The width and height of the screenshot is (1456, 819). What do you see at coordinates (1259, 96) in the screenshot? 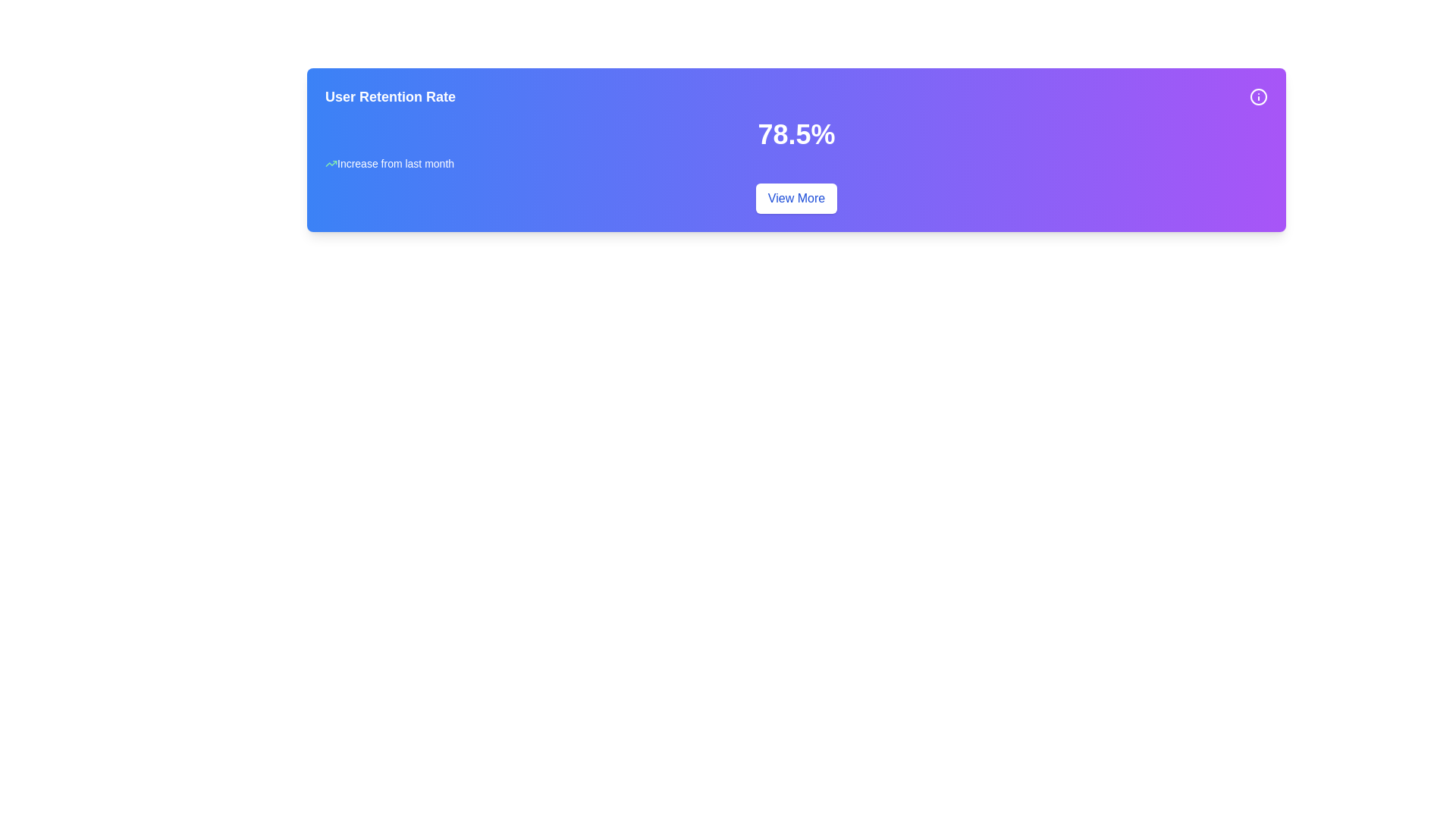
I see `the info SVG Icon located at the right corner of the row containing 'User Retention Rate'` at bounding box center [1259, 96].